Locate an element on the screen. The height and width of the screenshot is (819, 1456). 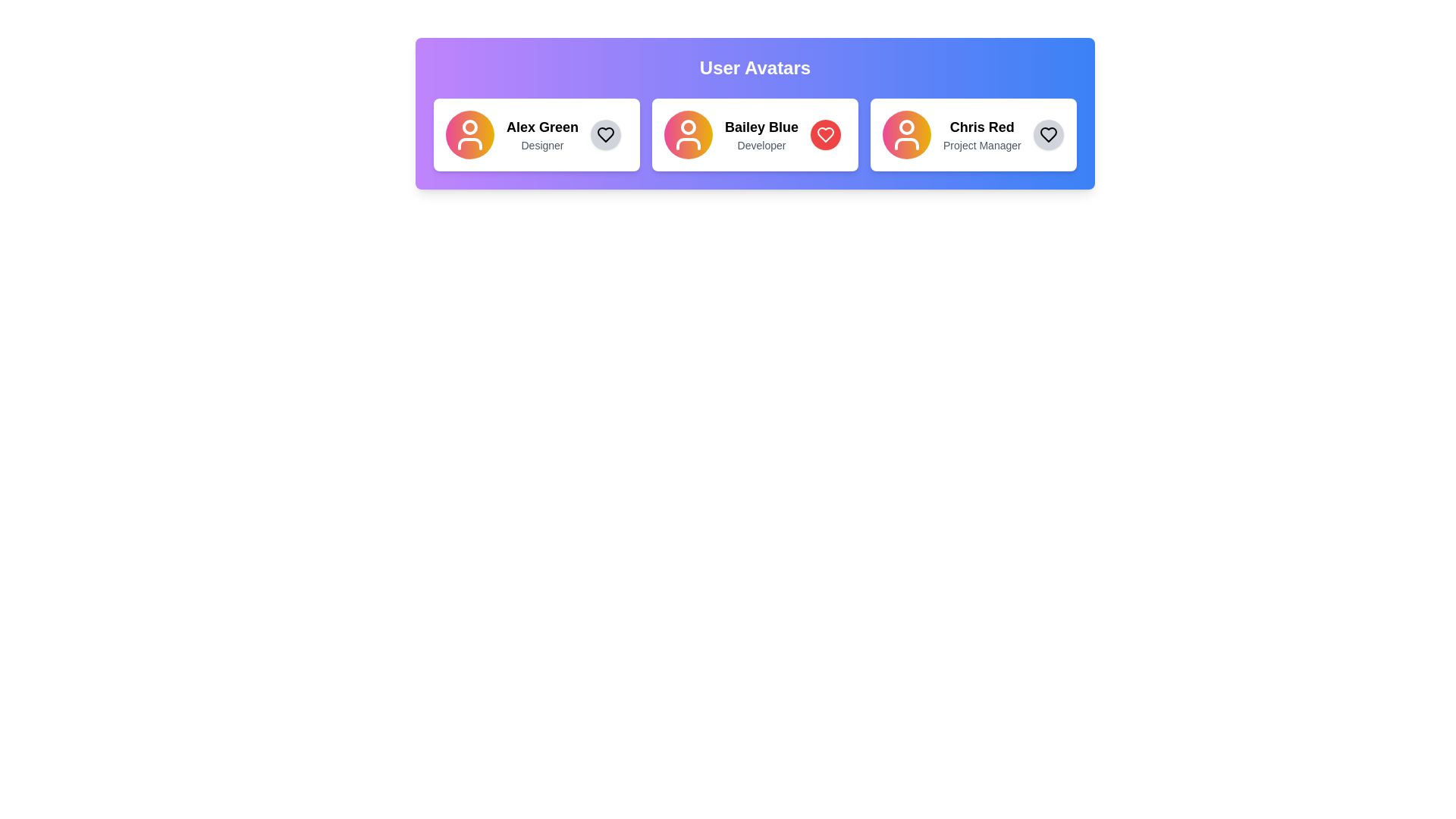
the small circular decorative element located at the upper part of the leftmost user avatar icon labeled 'Alex Green' is located at coordinates (469, 127).